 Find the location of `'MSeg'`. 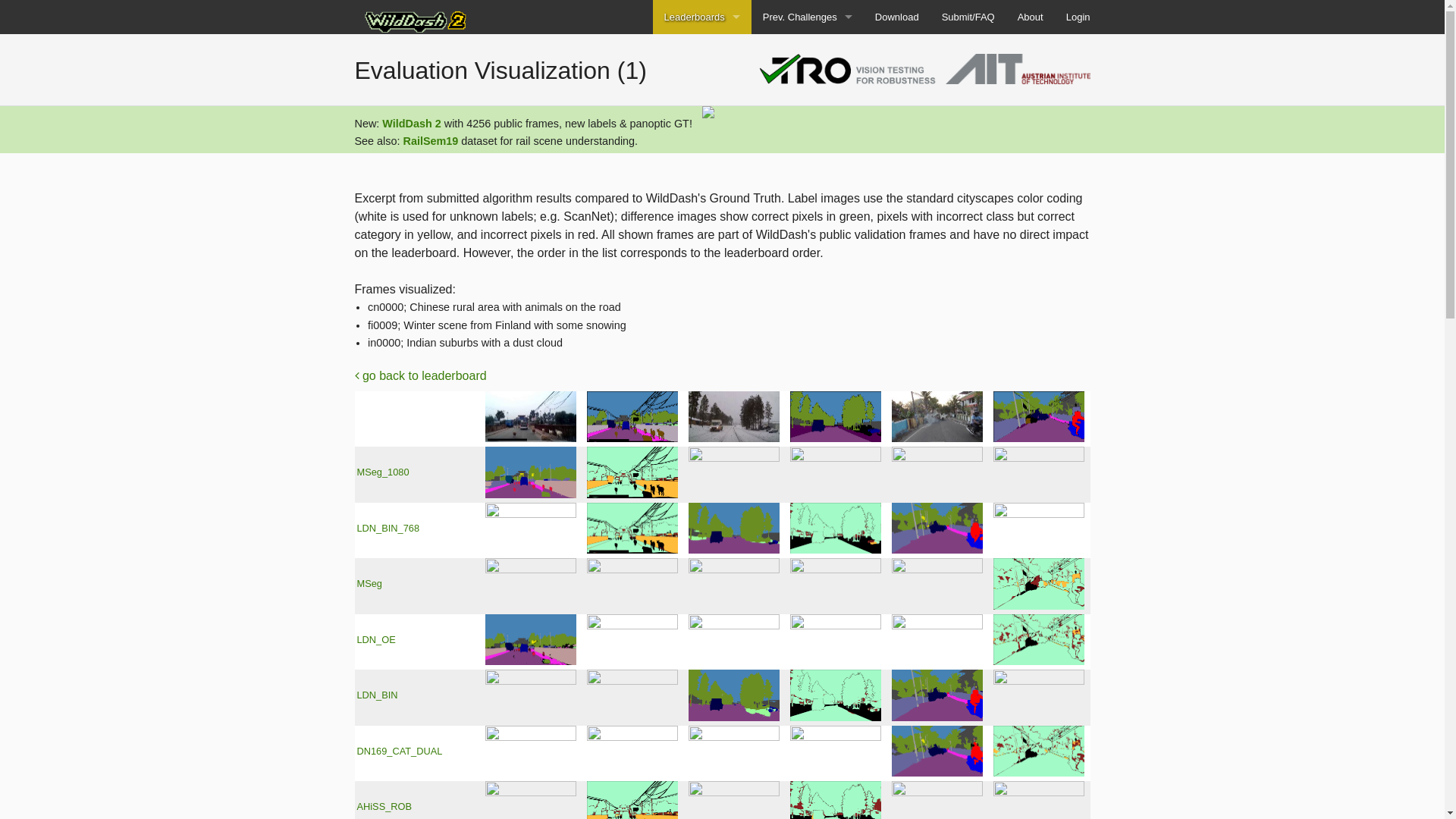

'MSeg' is located at coordinates (369, 582).